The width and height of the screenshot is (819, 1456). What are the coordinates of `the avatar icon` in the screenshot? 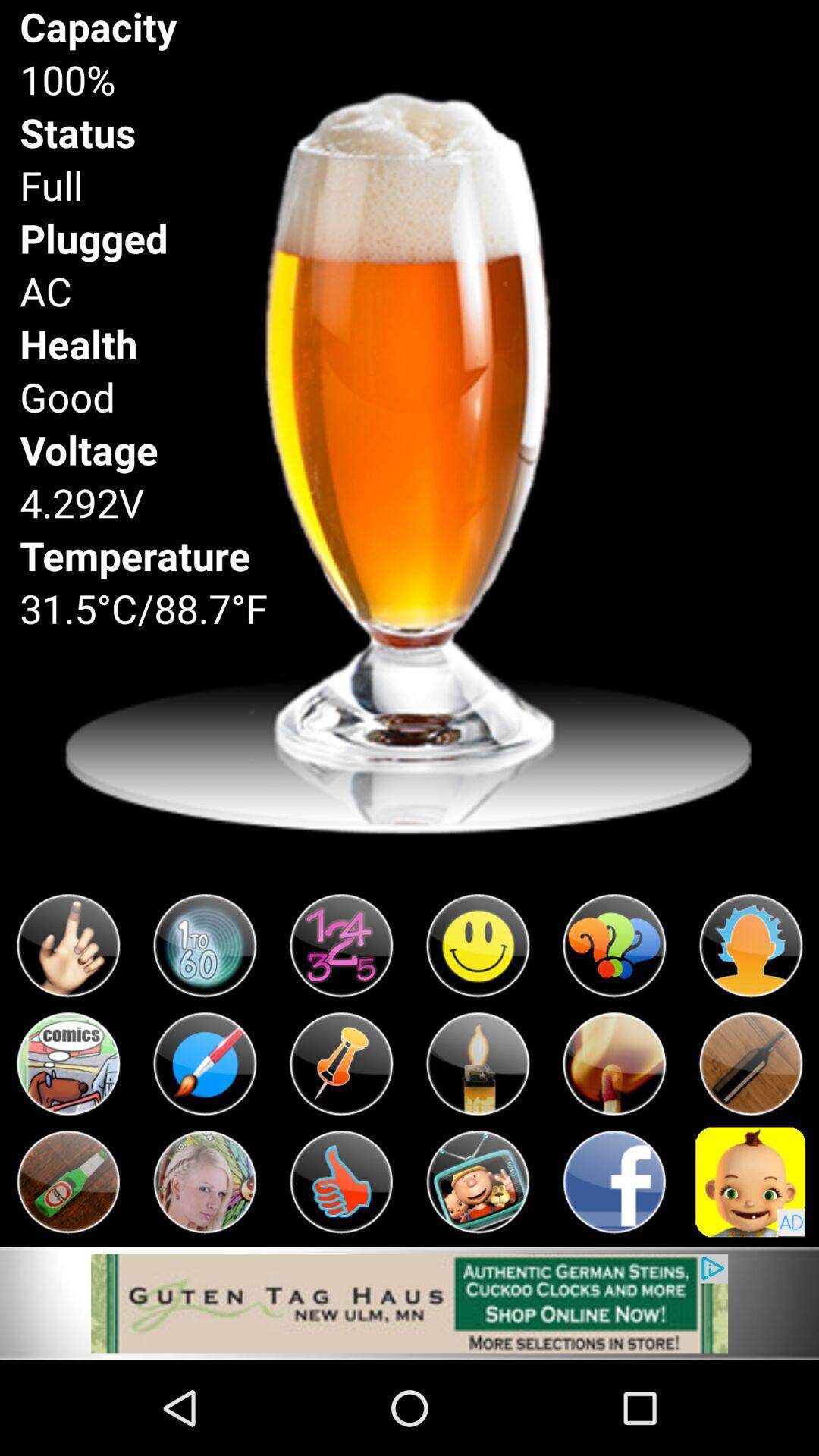 It's located at (751, 1012).